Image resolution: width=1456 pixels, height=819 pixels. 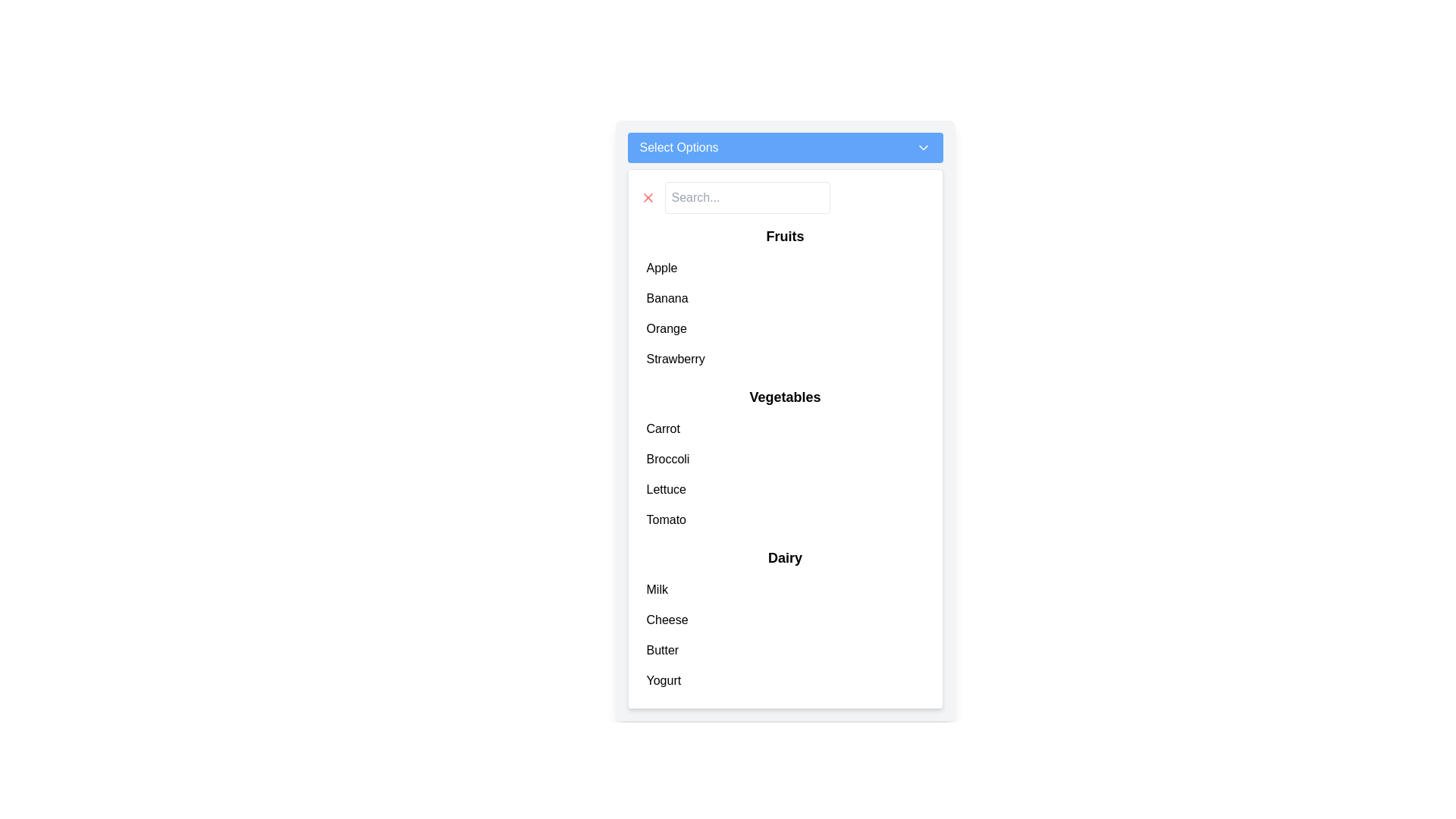 What do you see at coordinates (785, 148) in the screenshot?
I see `the Dropdown toggle button labeled 'Select Options'` at bounding box center [785, 148].